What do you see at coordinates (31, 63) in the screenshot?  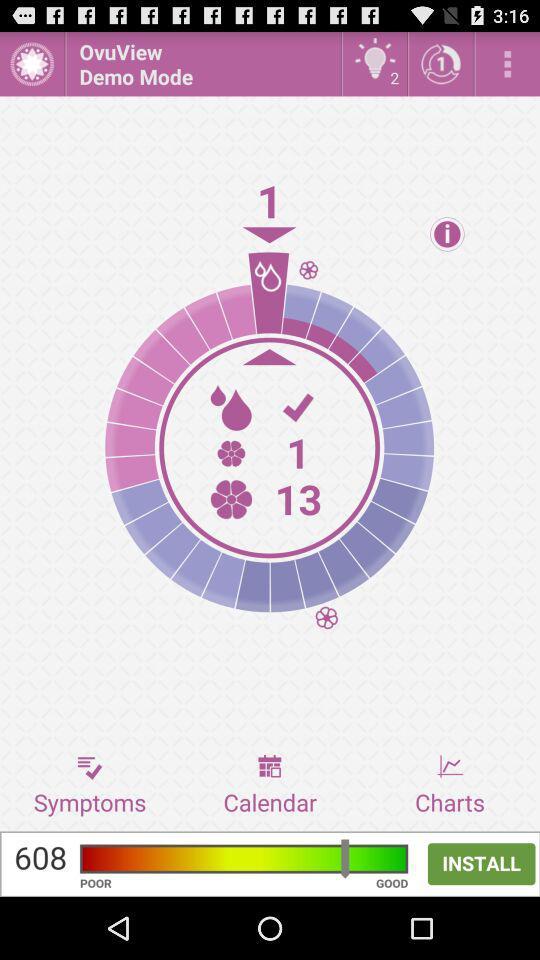 I see `open menu` at bounding box center [31, 63].